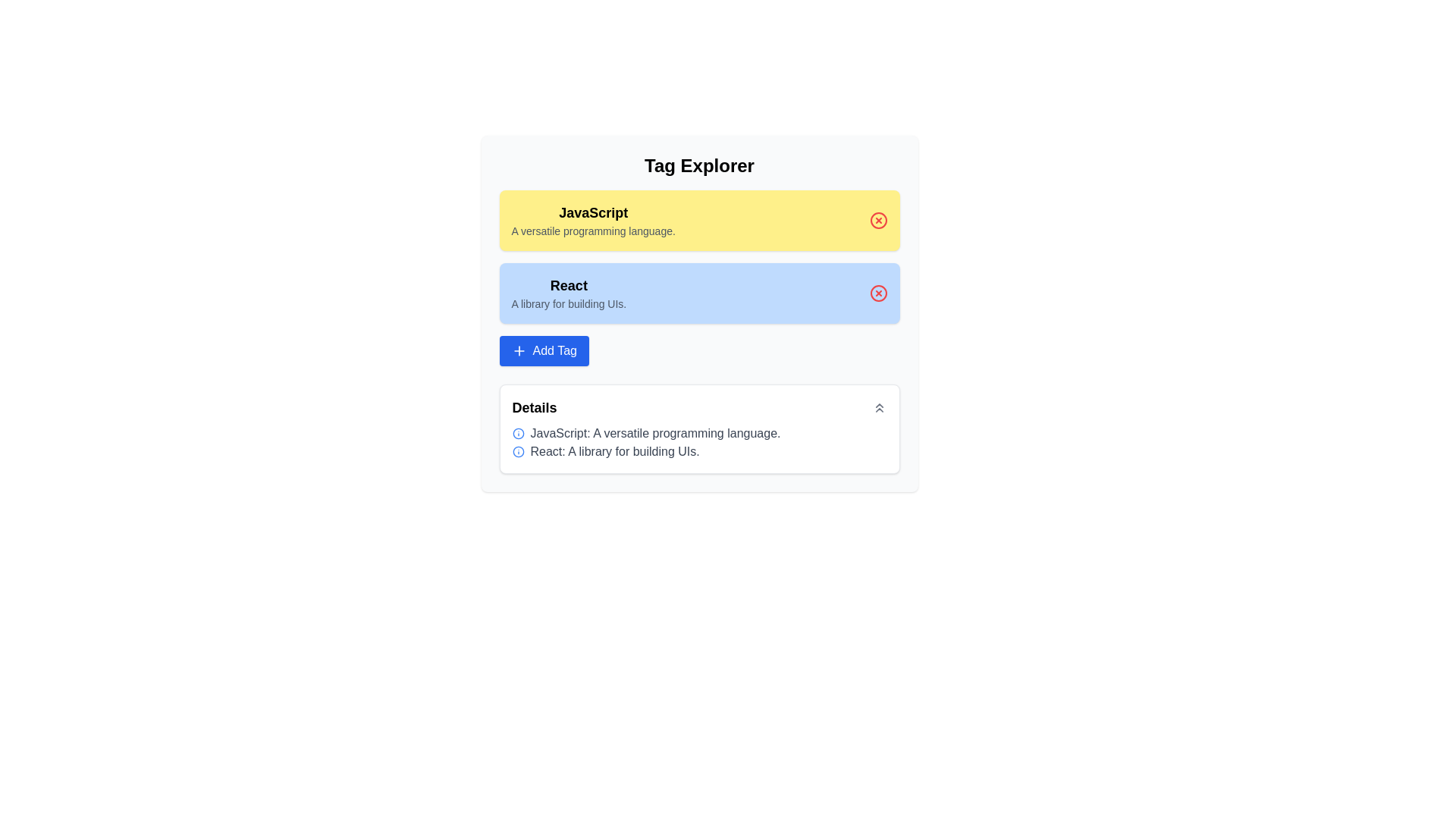 This screenshot has width=1456, height=819. I want to click on the static text label that describes or provides additional context about 'React', positioned directly below the text 'React' within the blue rectangular section, so click(568, 304).